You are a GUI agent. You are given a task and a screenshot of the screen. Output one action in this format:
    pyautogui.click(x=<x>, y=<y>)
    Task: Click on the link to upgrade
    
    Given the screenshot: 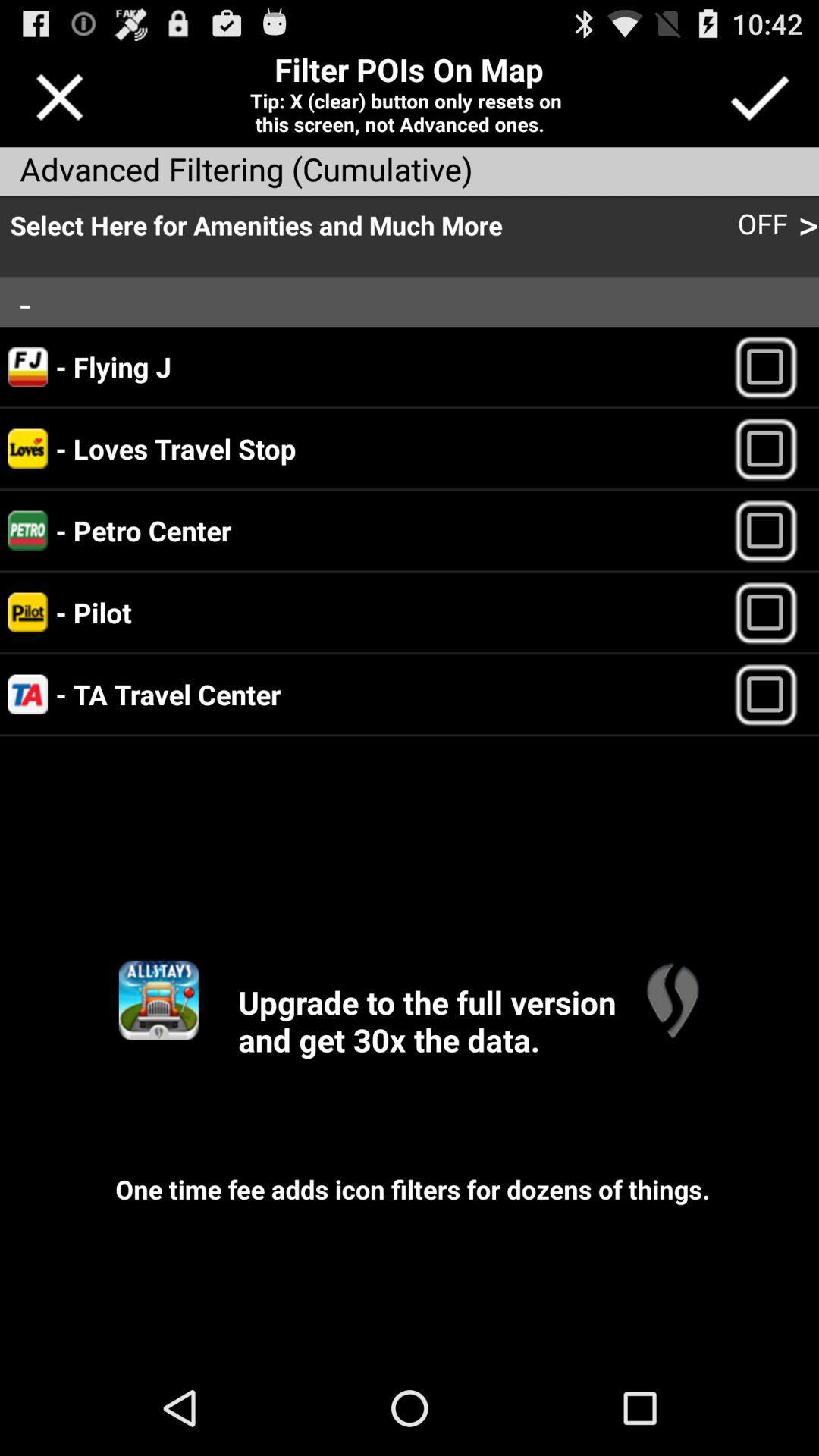 What is the action you would take?
    pyautogui.click(x=671, y=1000)
    